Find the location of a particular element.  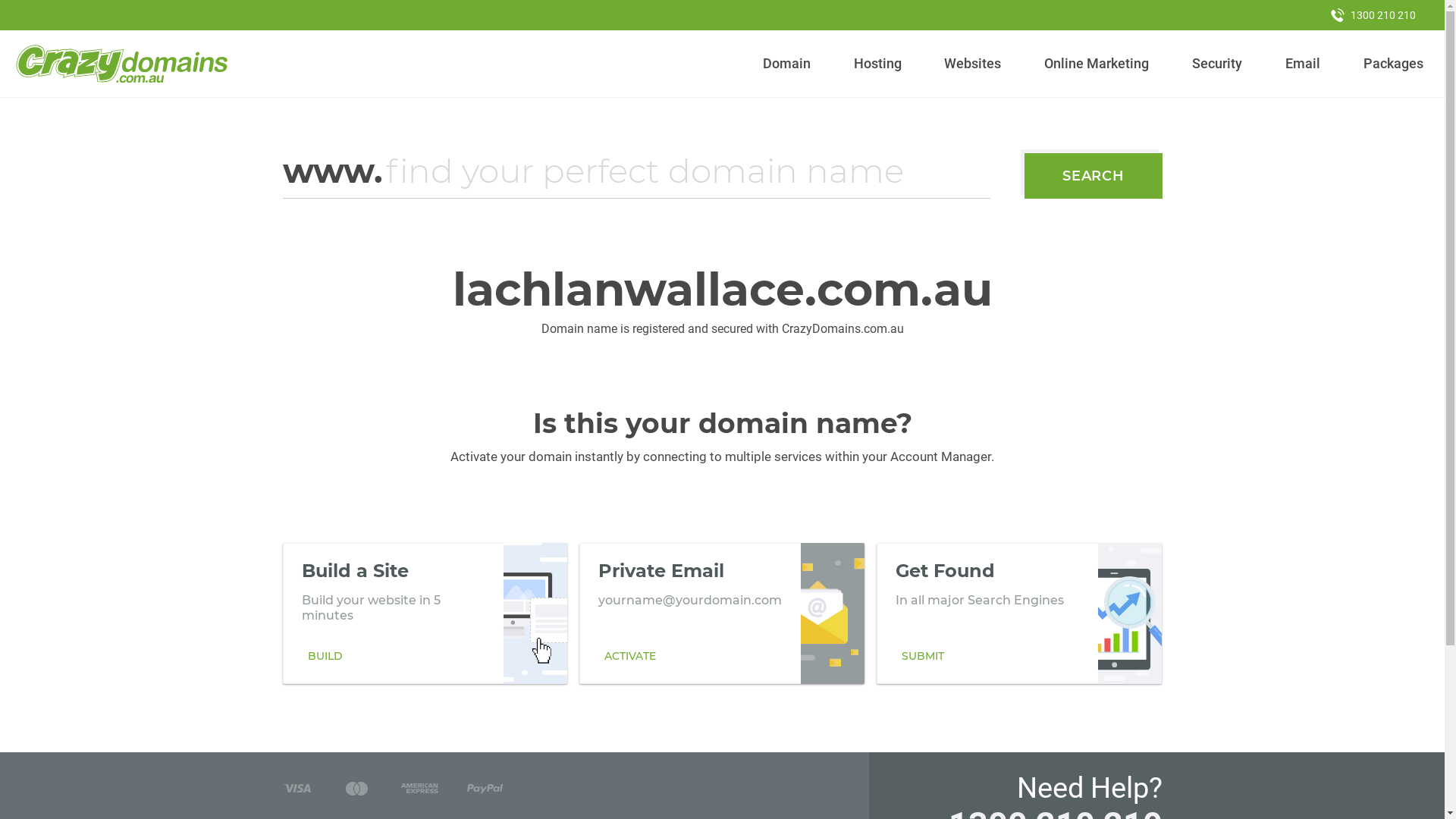

'Domain' is located at coordinates (786, 63).